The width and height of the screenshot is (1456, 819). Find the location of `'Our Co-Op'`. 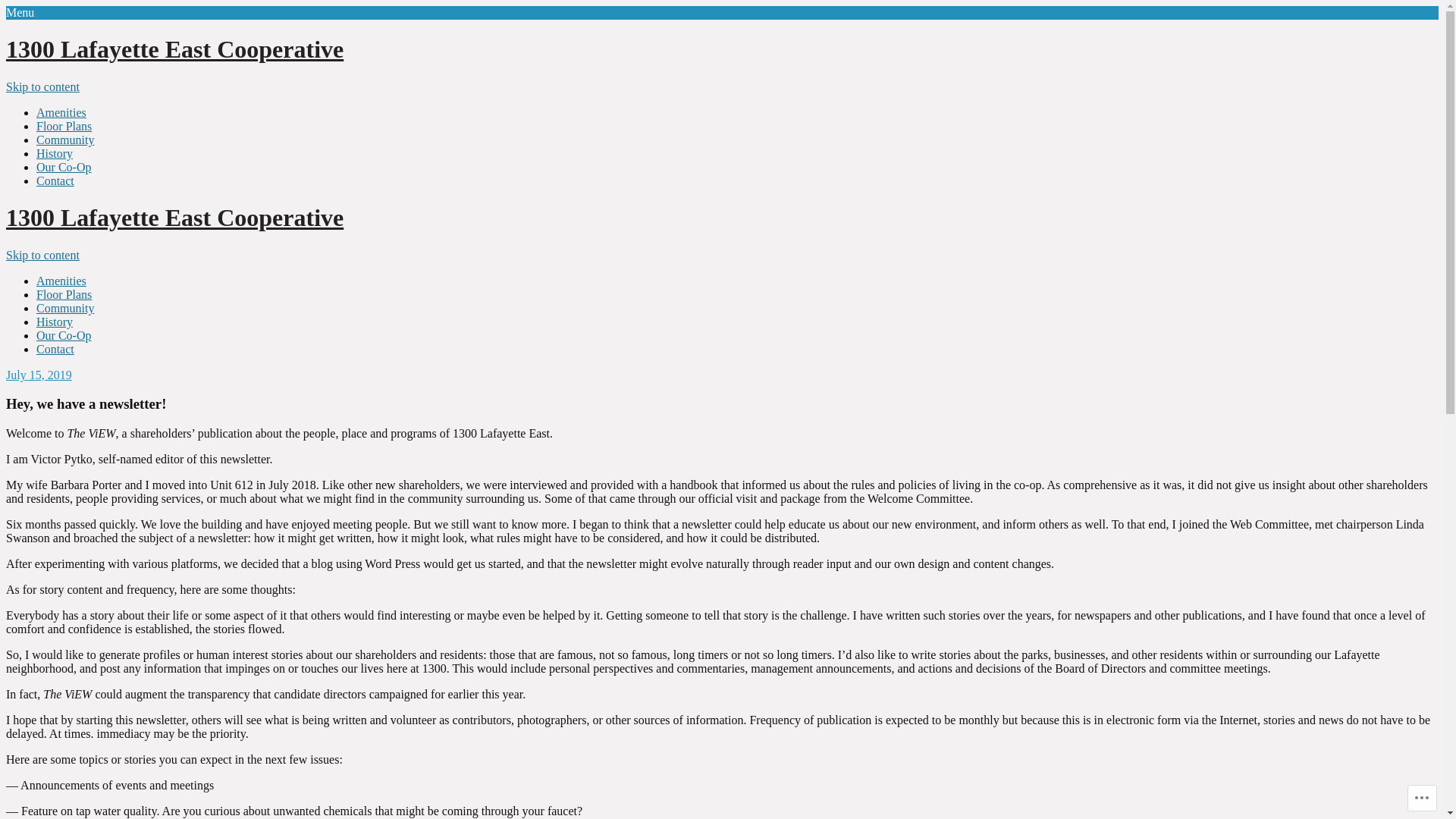

'Our Co-Op' is located at coordinates (62, 334).